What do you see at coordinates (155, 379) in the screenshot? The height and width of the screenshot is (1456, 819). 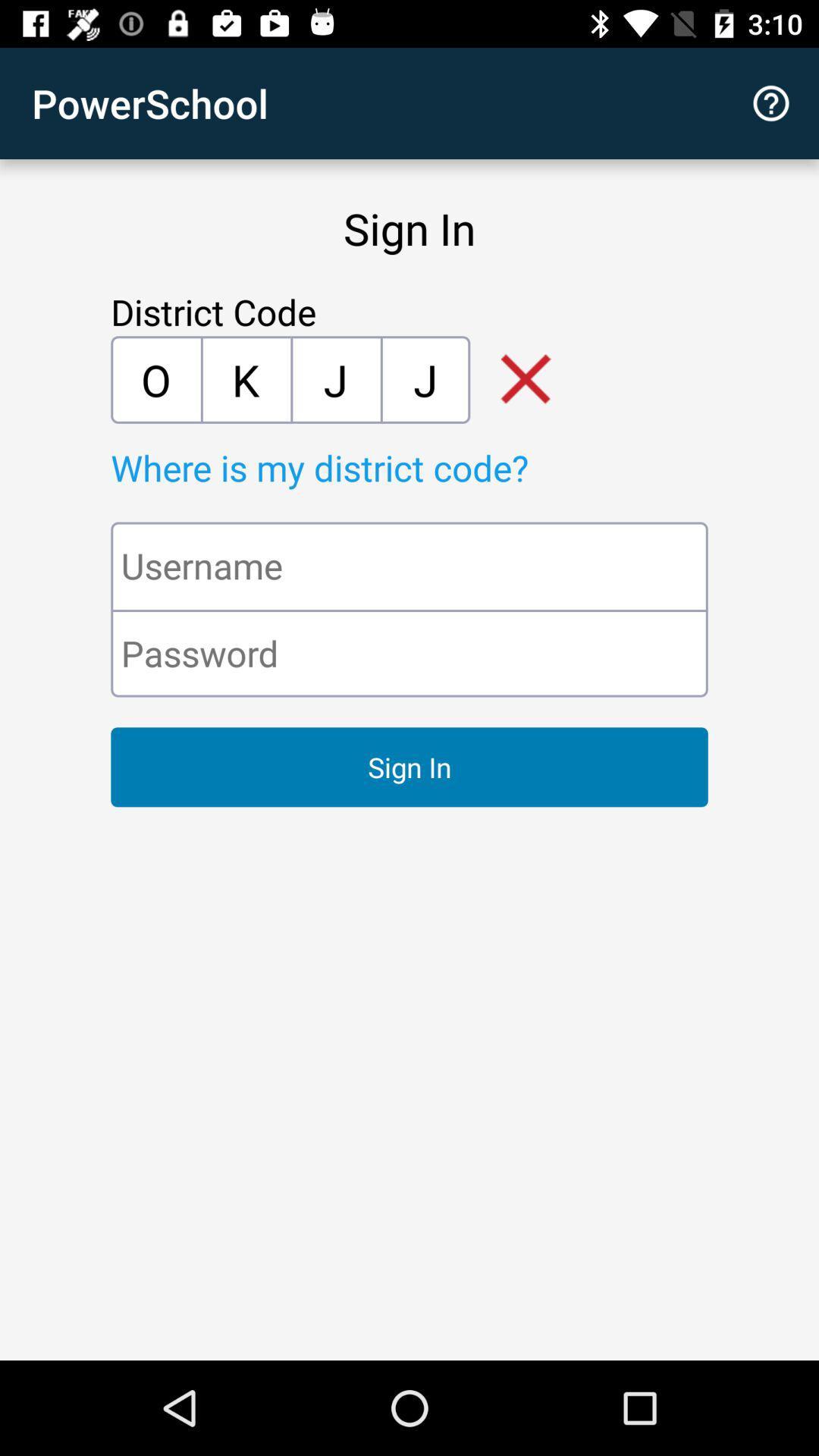 I see `the o` at bounding box center [155, 379].